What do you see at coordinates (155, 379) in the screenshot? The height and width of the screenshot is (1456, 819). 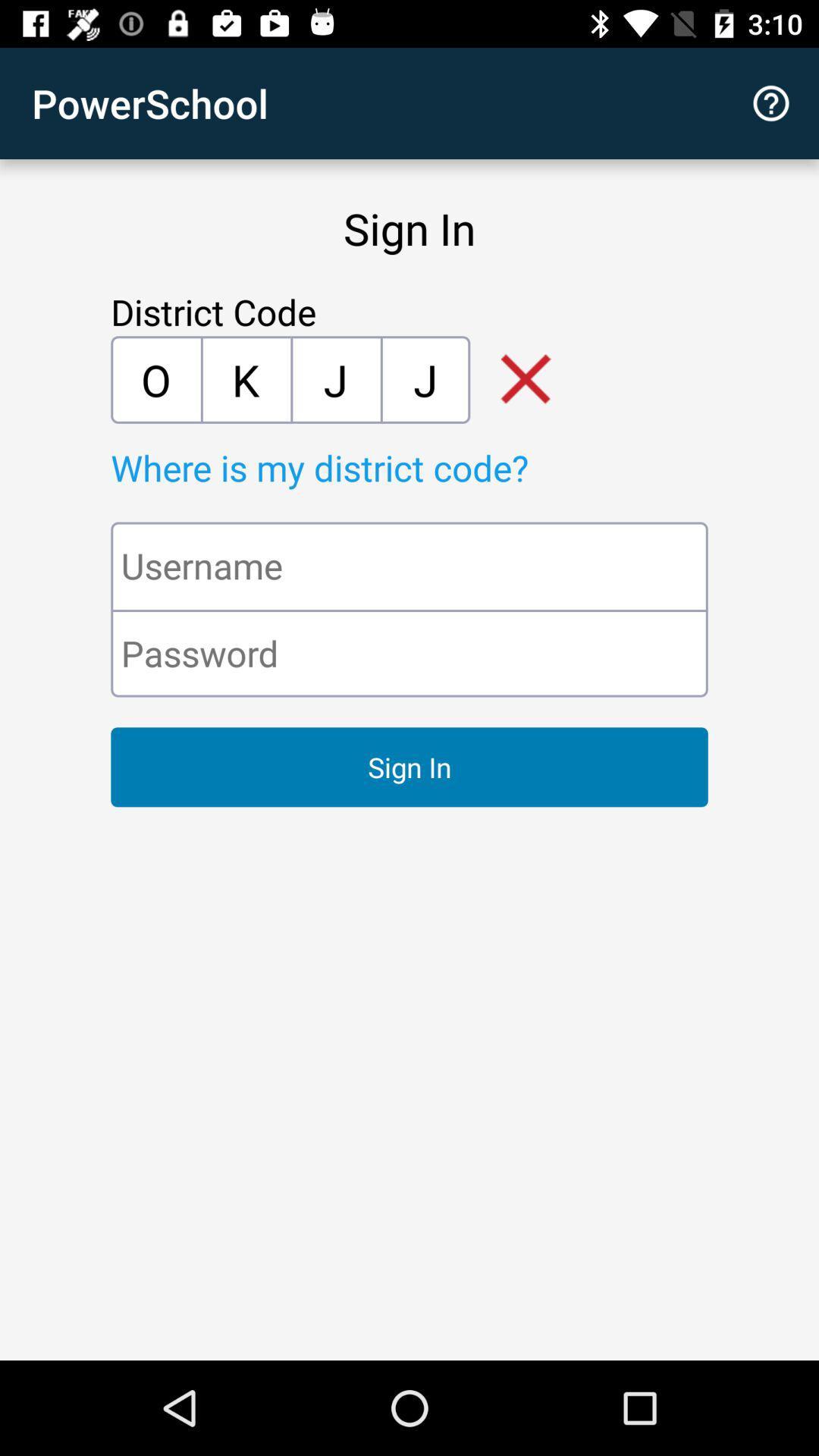 I see `the o` at bounding box center [155, 379].